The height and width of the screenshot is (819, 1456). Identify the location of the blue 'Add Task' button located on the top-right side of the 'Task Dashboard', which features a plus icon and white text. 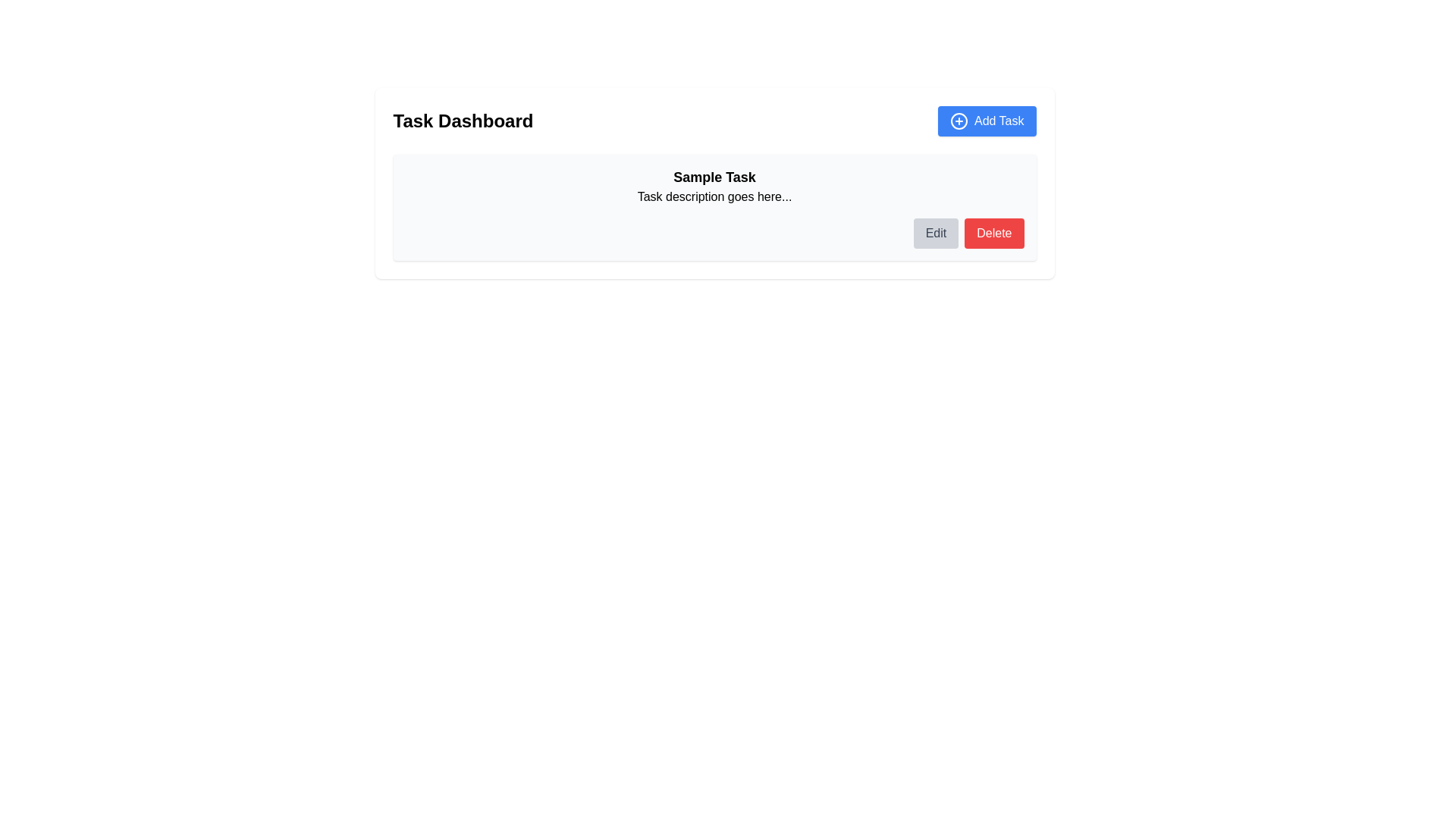
(987, 120).